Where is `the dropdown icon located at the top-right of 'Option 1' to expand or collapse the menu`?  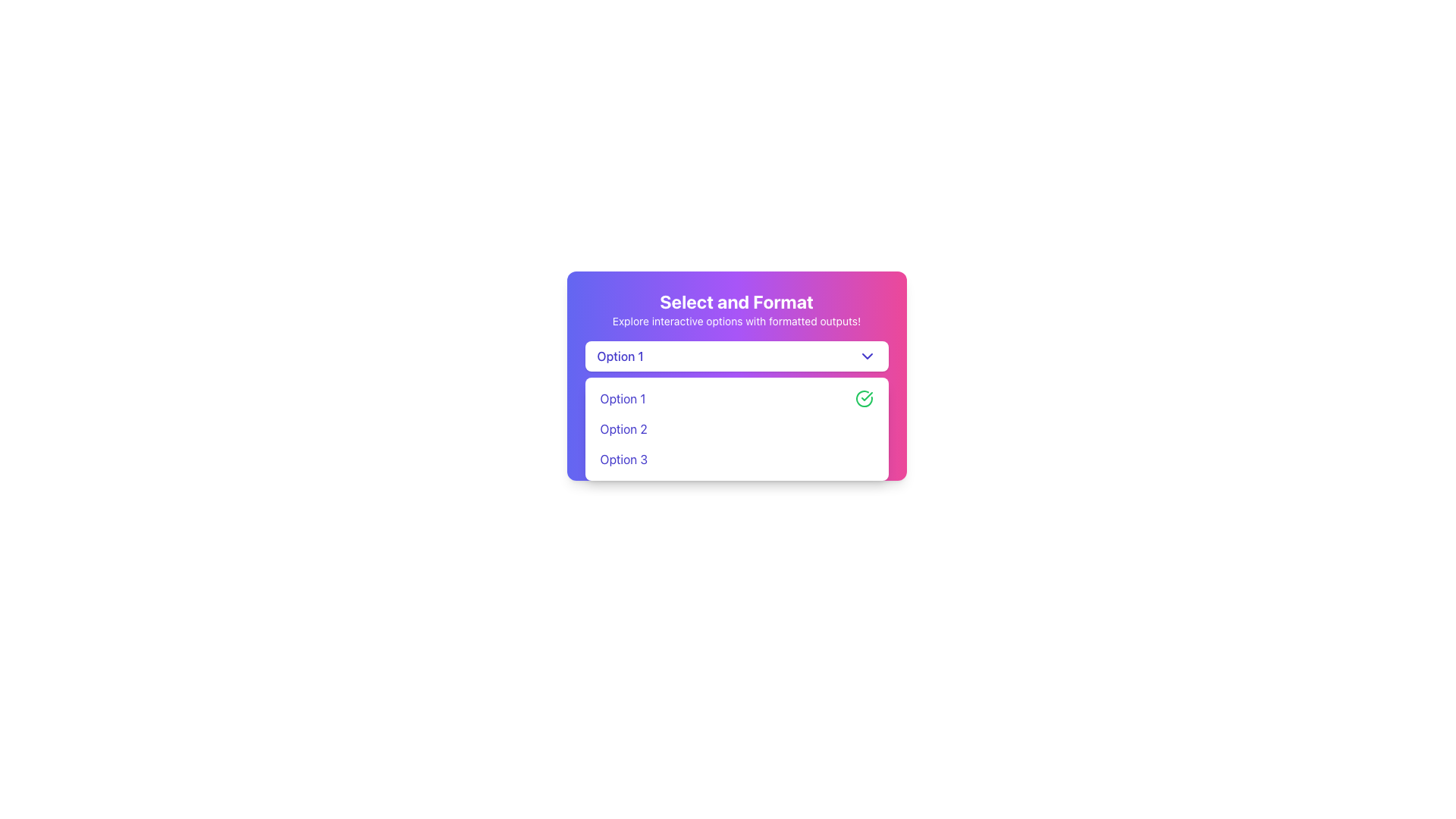 the dropdown icon located at the top-right of 'Option 1' to expand or collapse the menu is located at coordinates (867, 356).